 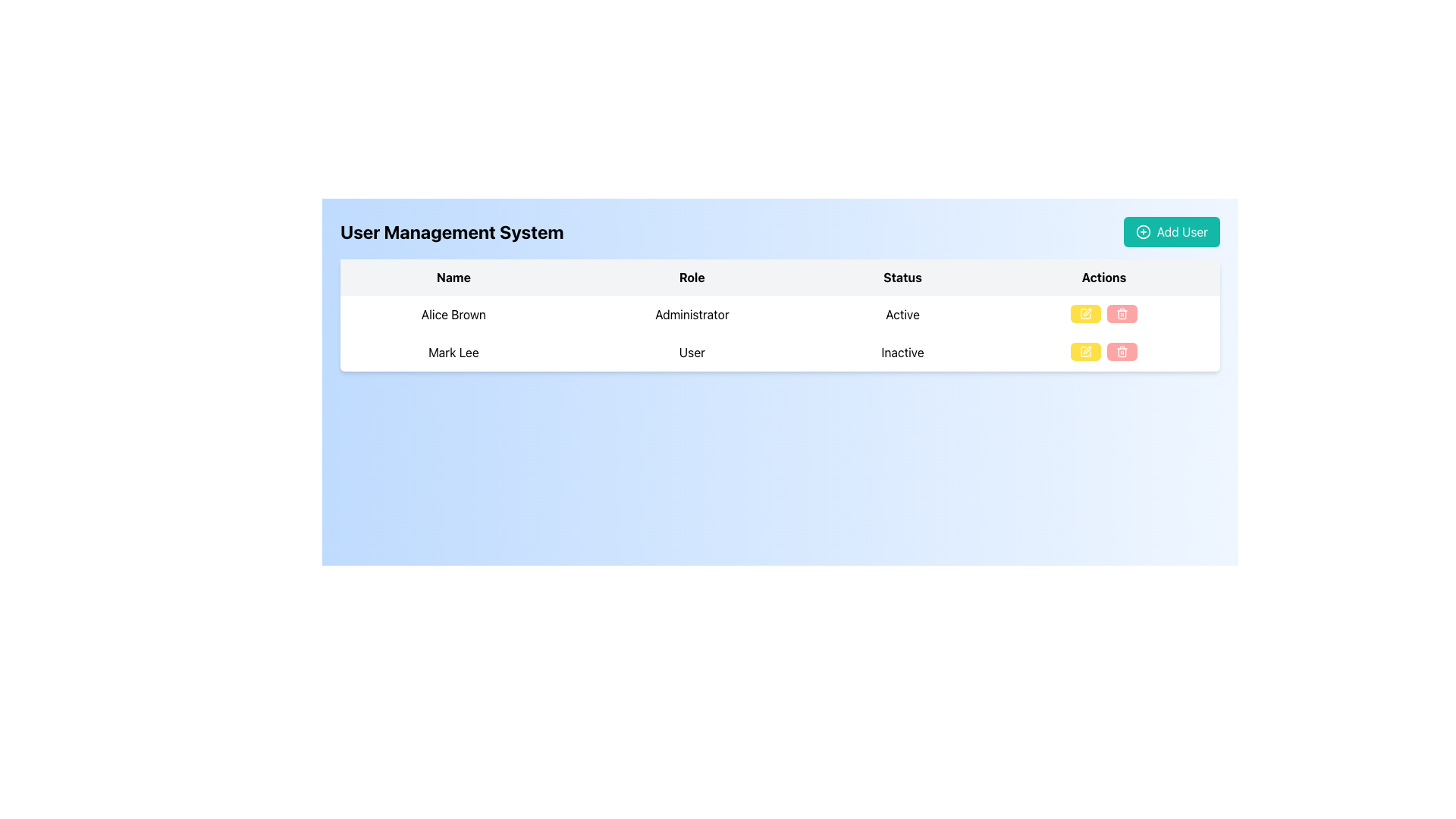 What do you see at coordinates (1103, 353) in the screenshot?
I see `the delete button located in the 'Actions' column of the second row in the table, adjacent to the user 'Mark Lee - User - Inactive'` at bounding box center [1103, 353].